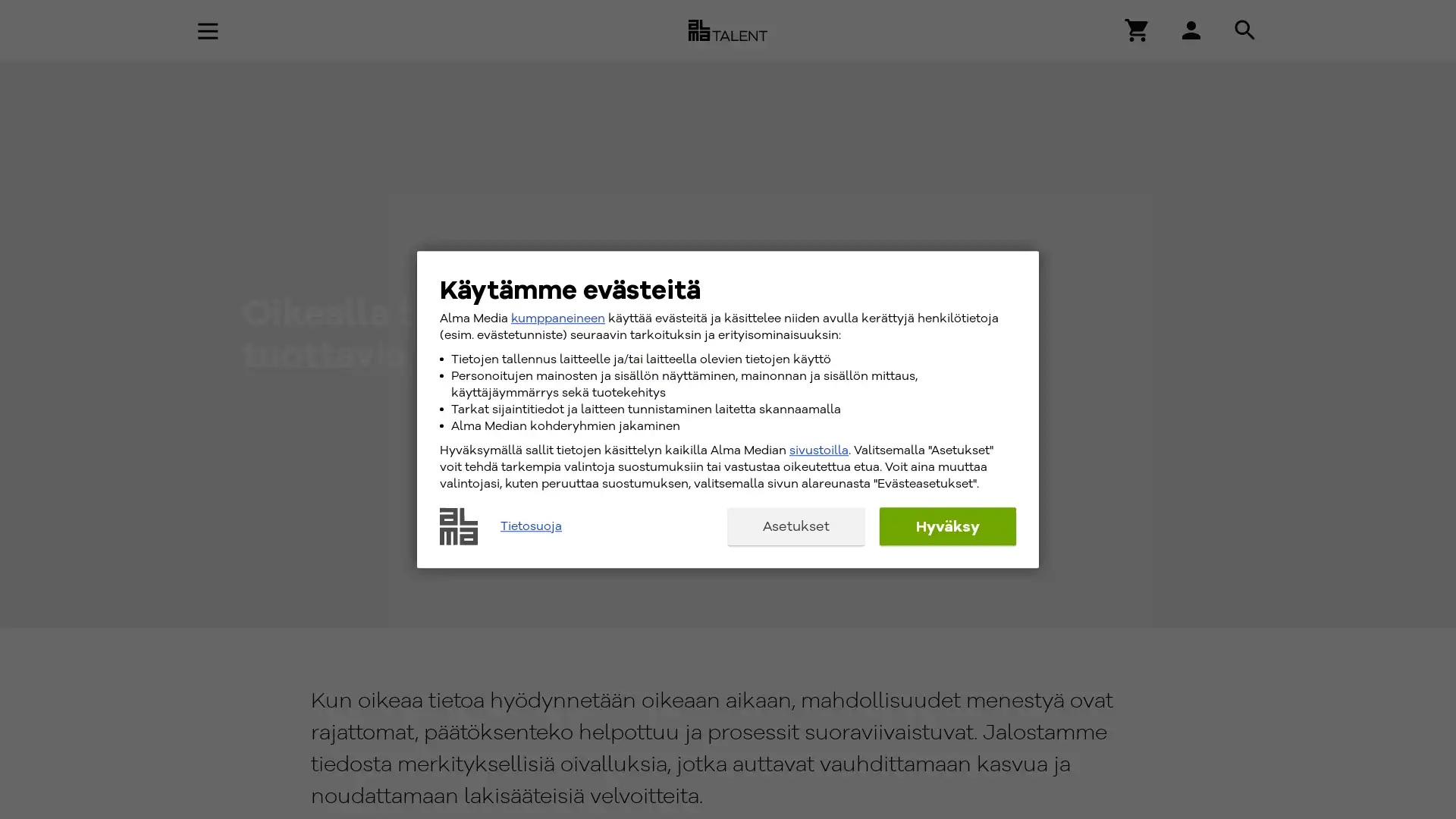 The height and width of the screenshot is (819, 1456). What do you see at coordinates (1190, 30) in the screenshot?
I see `Hae` at bounding box center [1190, 30].